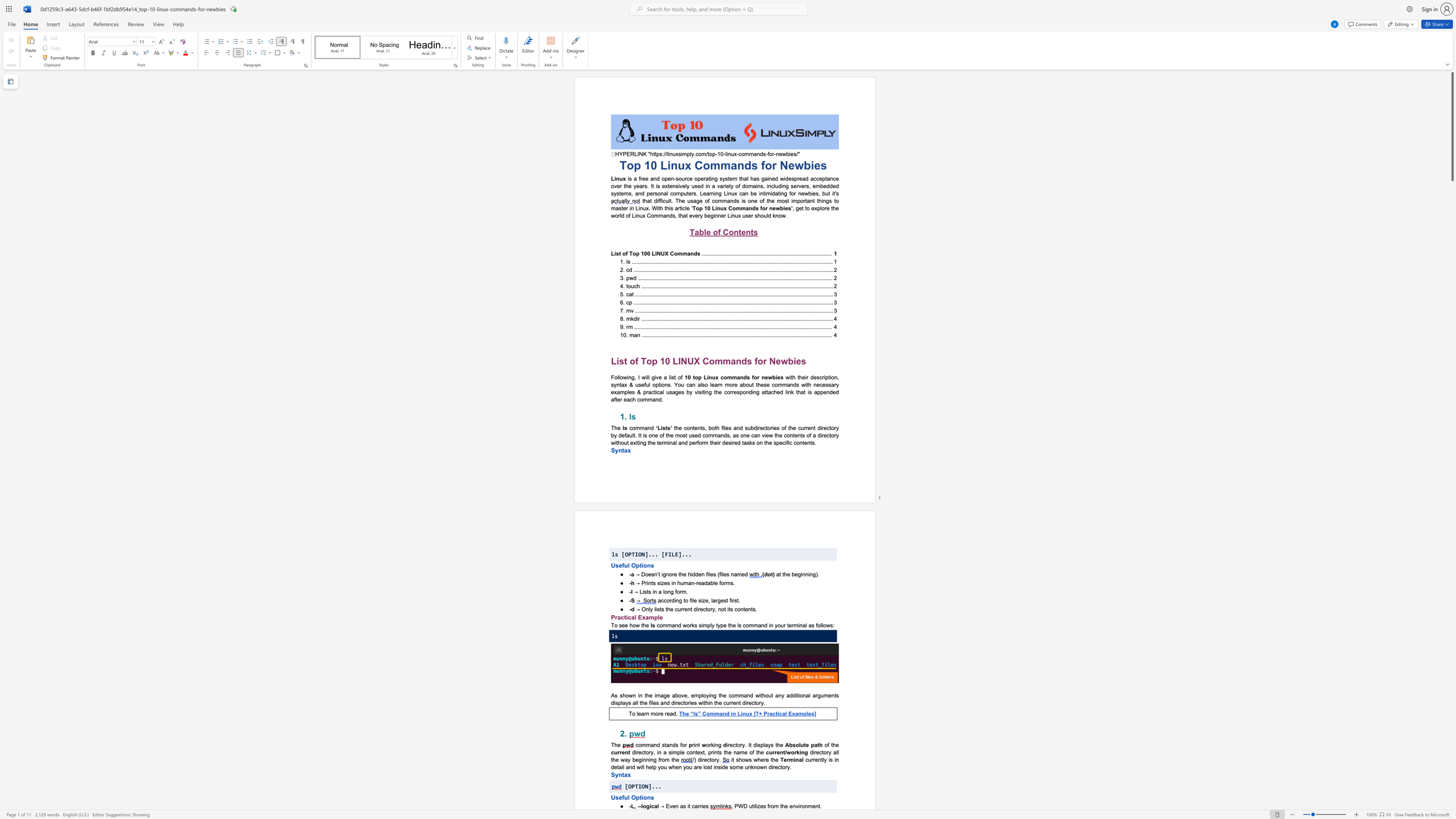  What do you see at coordinates (821, 435) in the screenshot?
I see `the subset text "rectory without exiting the terminal and perform their de" within the text "the contents, both files and subdirectories of the current directory by default. It is one of the most used commands, as one can view the contents of a directory without exiting the terminal and perform their desired tasks on the specific contents."` at bounding box center [821, 435].